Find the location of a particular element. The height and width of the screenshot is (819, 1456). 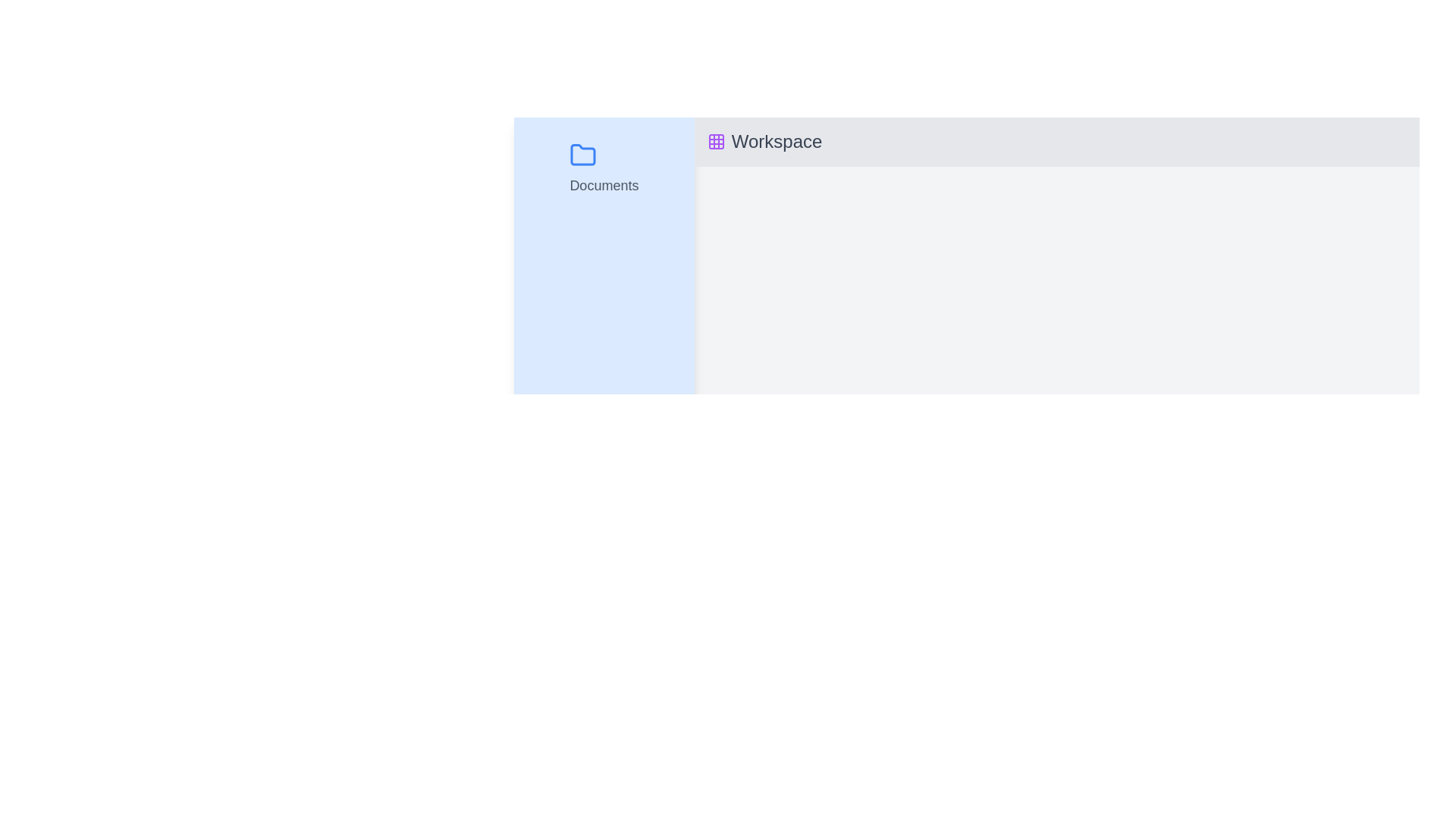

the 'Documents' text label, which is styled in medium gray beneath a blue folder icon is located at coordinates (603, 185).